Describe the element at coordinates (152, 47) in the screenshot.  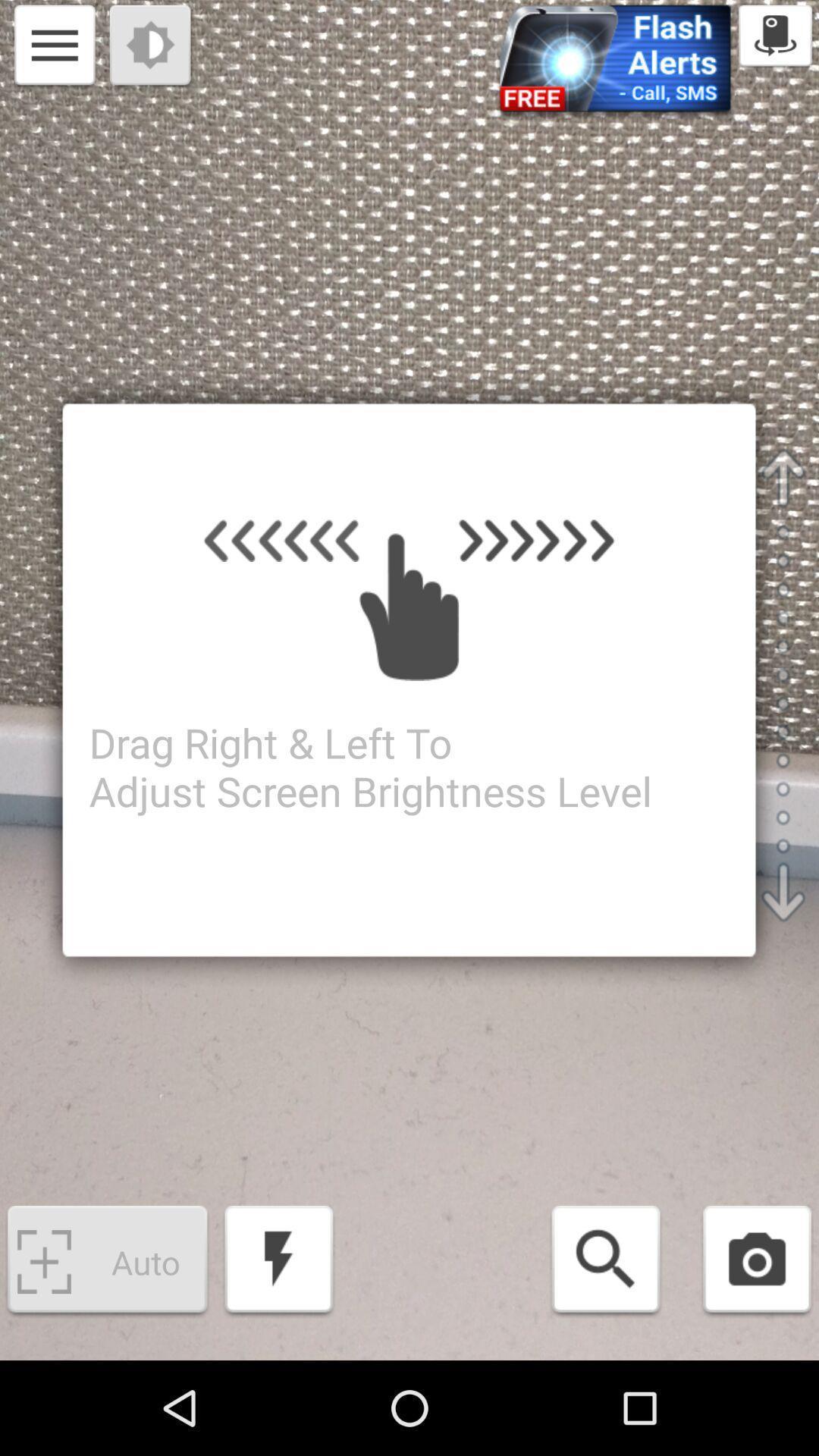
I see `brightness view` at that location.